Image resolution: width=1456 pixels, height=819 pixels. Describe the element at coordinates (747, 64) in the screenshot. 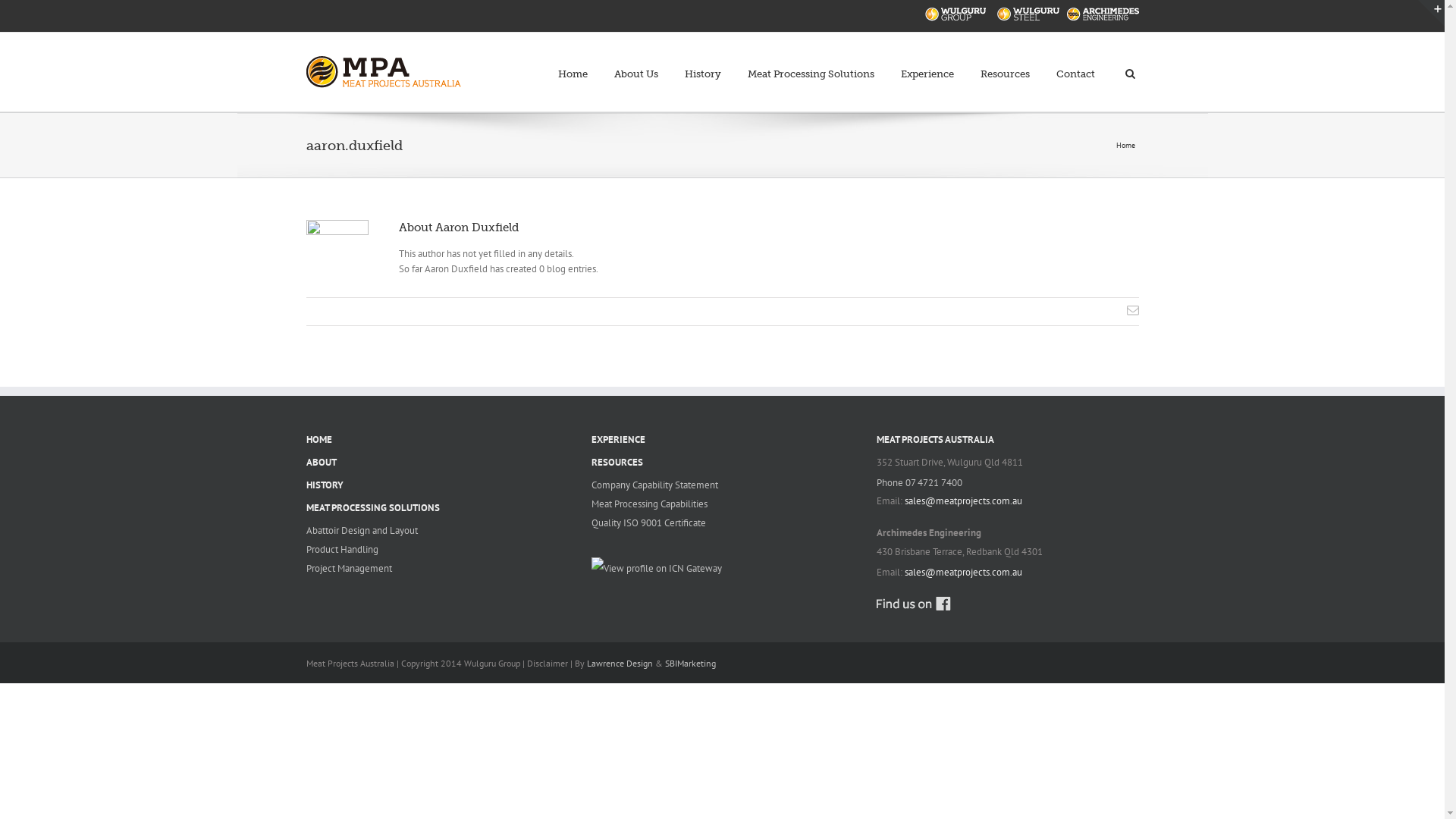

I see `'Meat Processing Solutions'` at that location.